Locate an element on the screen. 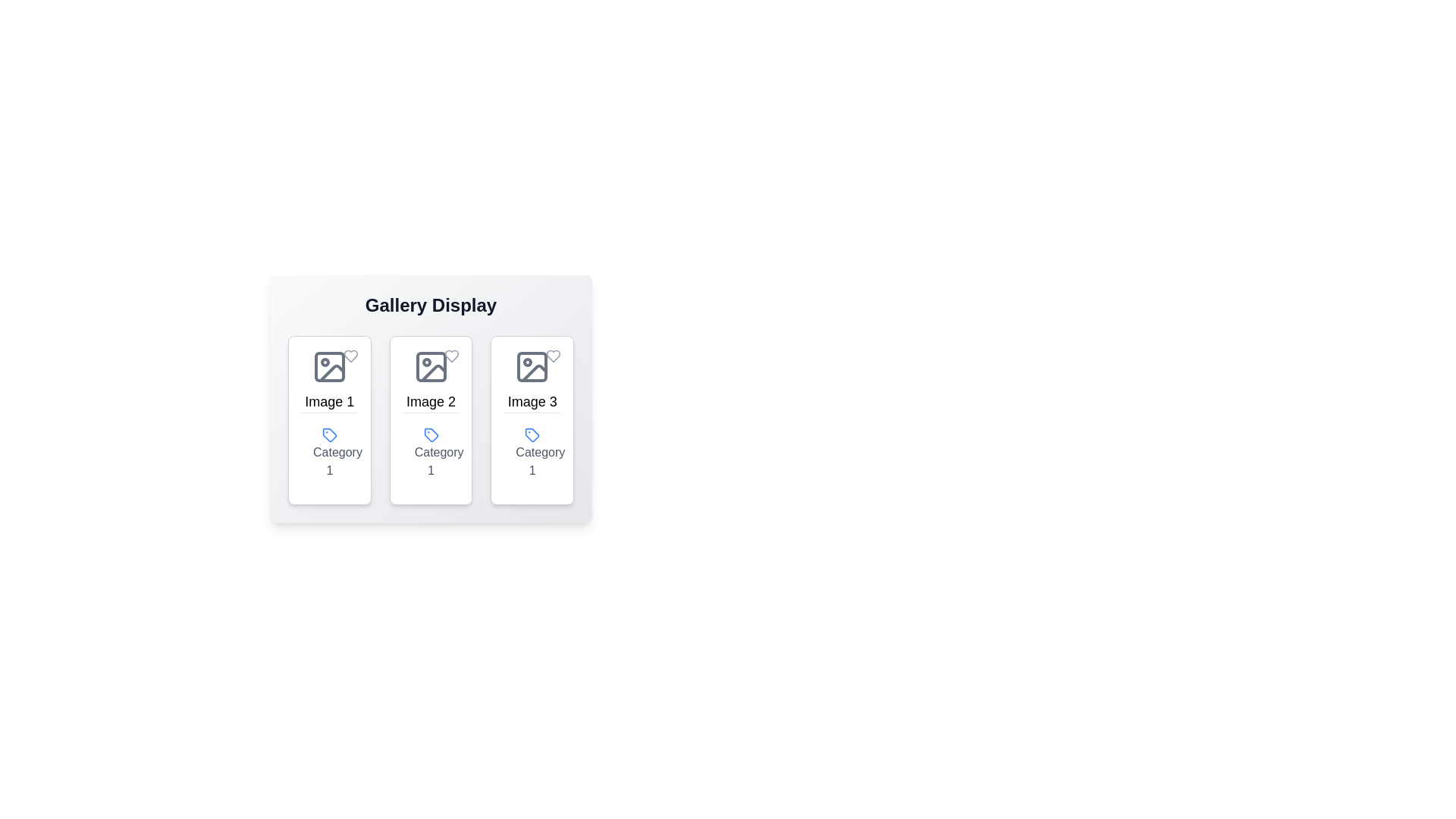 Image resolution: width=1456 pixels, height=819 pixels. to select the first card-like component in the gallery, which contains an icon and text, serving as a visual representation of an image is located at coordinates (328, 379).